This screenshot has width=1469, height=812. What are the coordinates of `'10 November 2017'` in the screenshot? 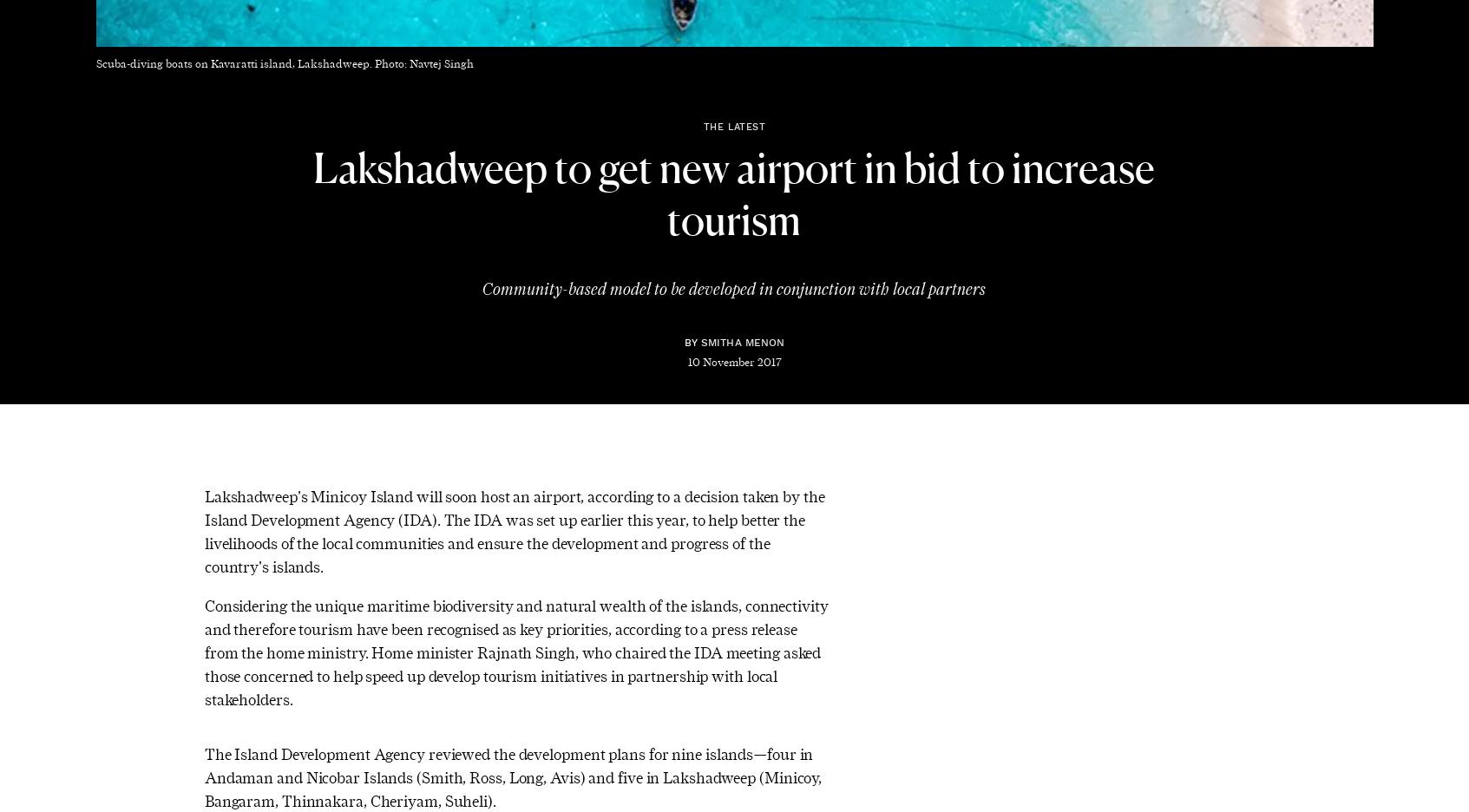 It's located at (732, 360).